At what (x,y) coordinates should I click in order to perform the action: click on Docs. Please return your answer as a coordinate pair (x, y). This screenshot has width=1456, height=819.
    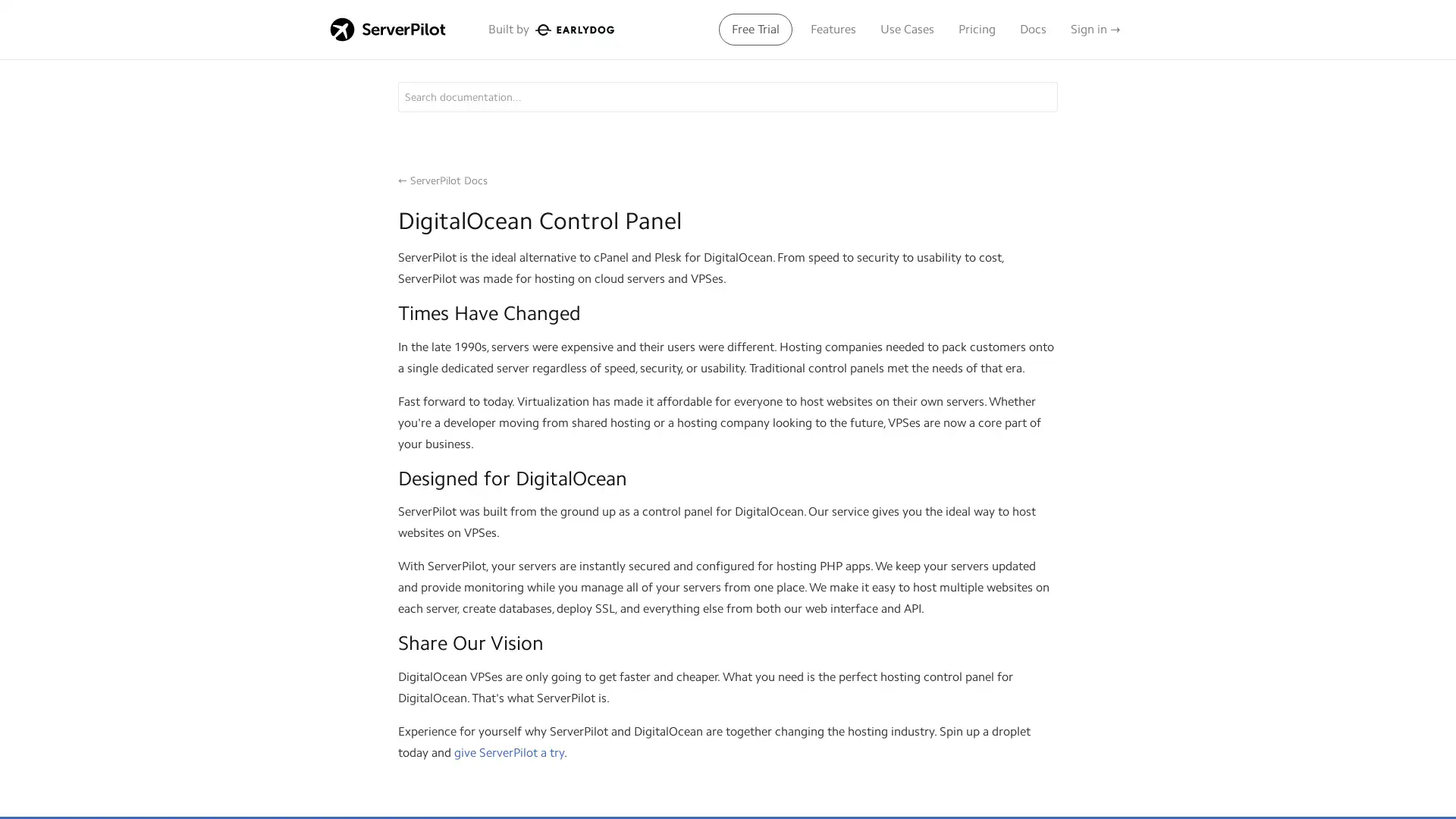
    Looking at the image, I should click on (1032, 29).